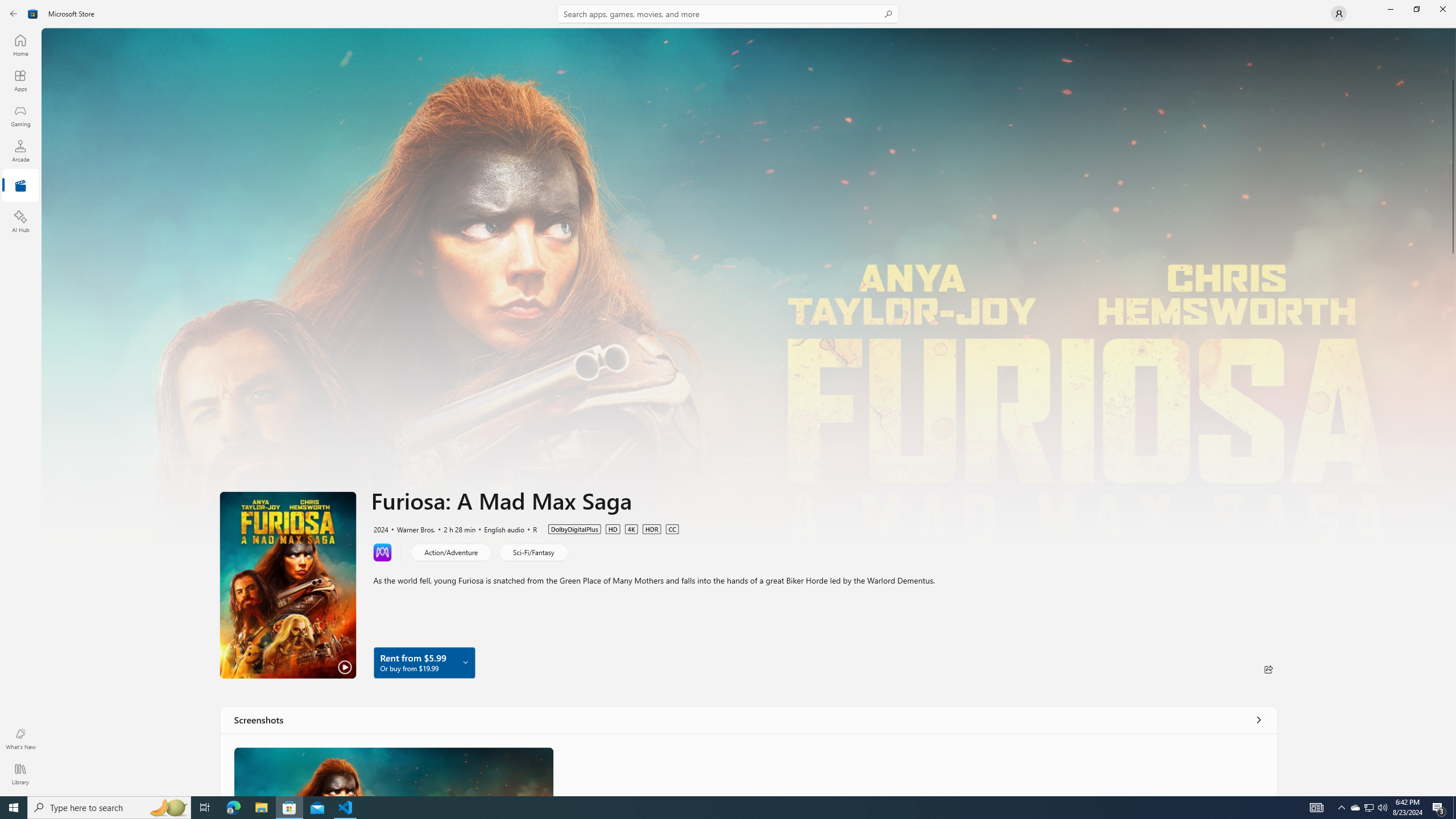  What do you see at coordinates (287, 584) in the screenshot?
I see `'Play Trailer'` at bounding box center [287, 584].